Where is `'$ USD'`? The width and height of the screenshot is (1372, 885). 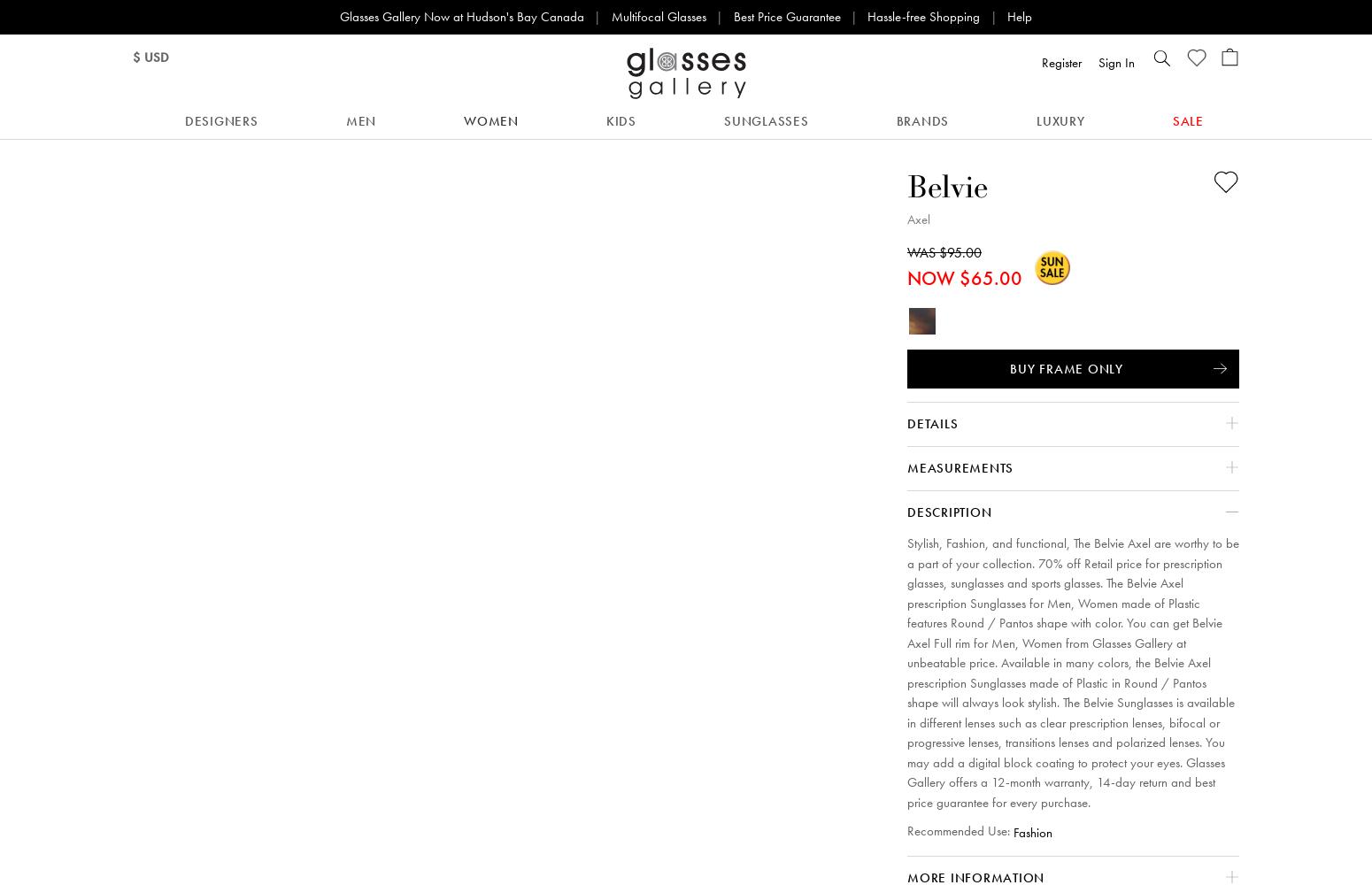 '$ USD' is located at coordinates (150, 56).